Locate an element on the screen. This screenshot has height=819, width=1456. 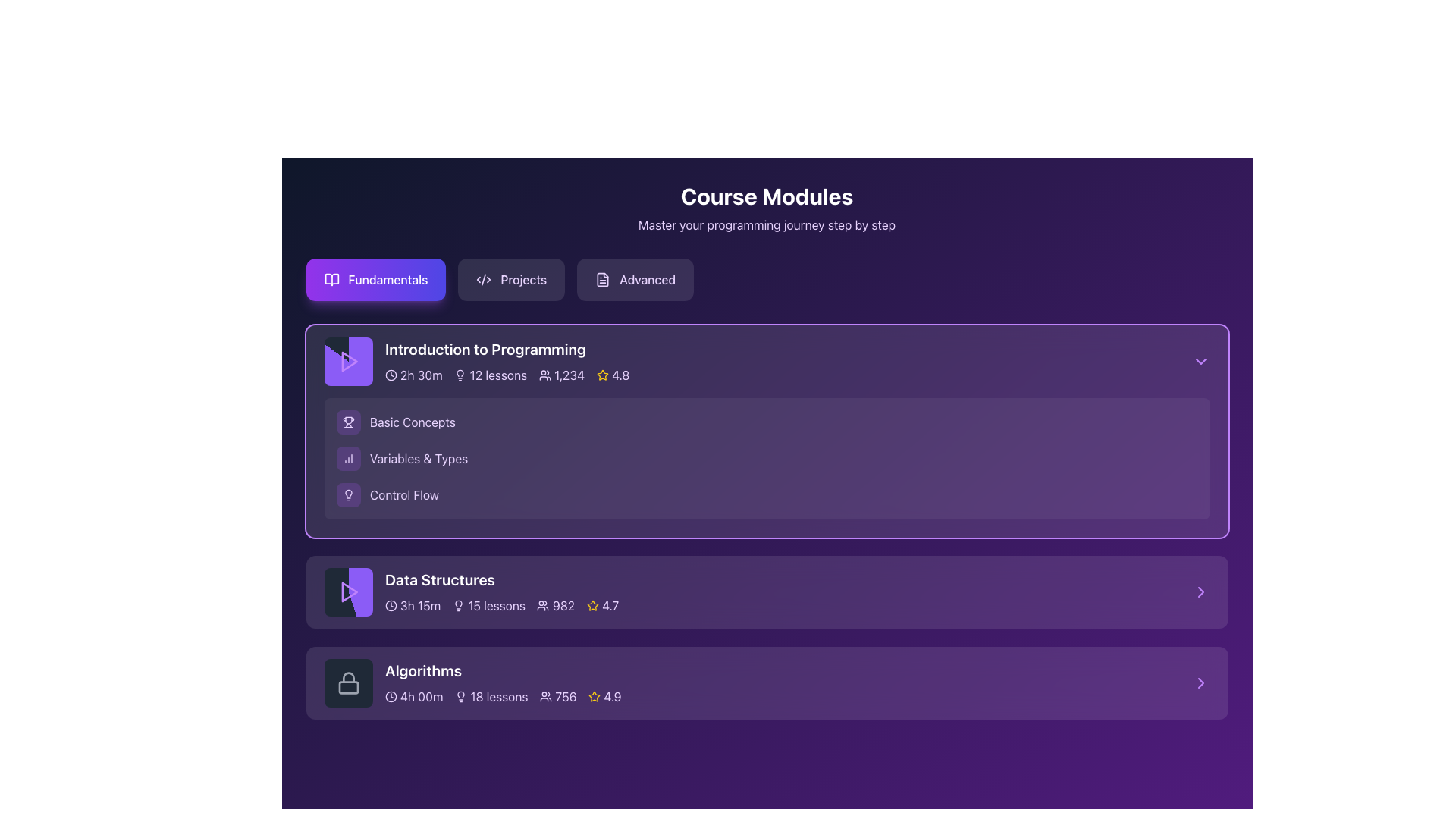
the coding or development icon located to the left of the 'Projects' button in the top section of the UI is located at coordinates (483, 280).